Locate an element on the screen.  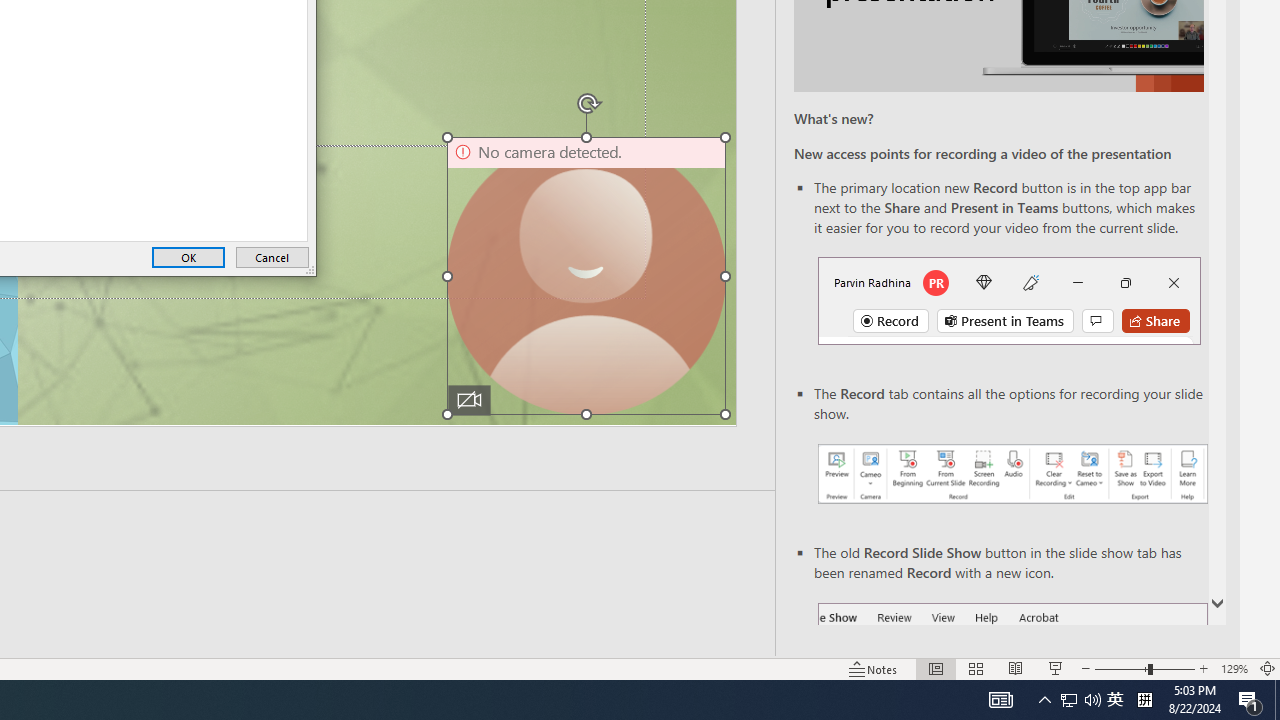
'Camera 9, No camera detected.' is located at coordinates (585, 276).